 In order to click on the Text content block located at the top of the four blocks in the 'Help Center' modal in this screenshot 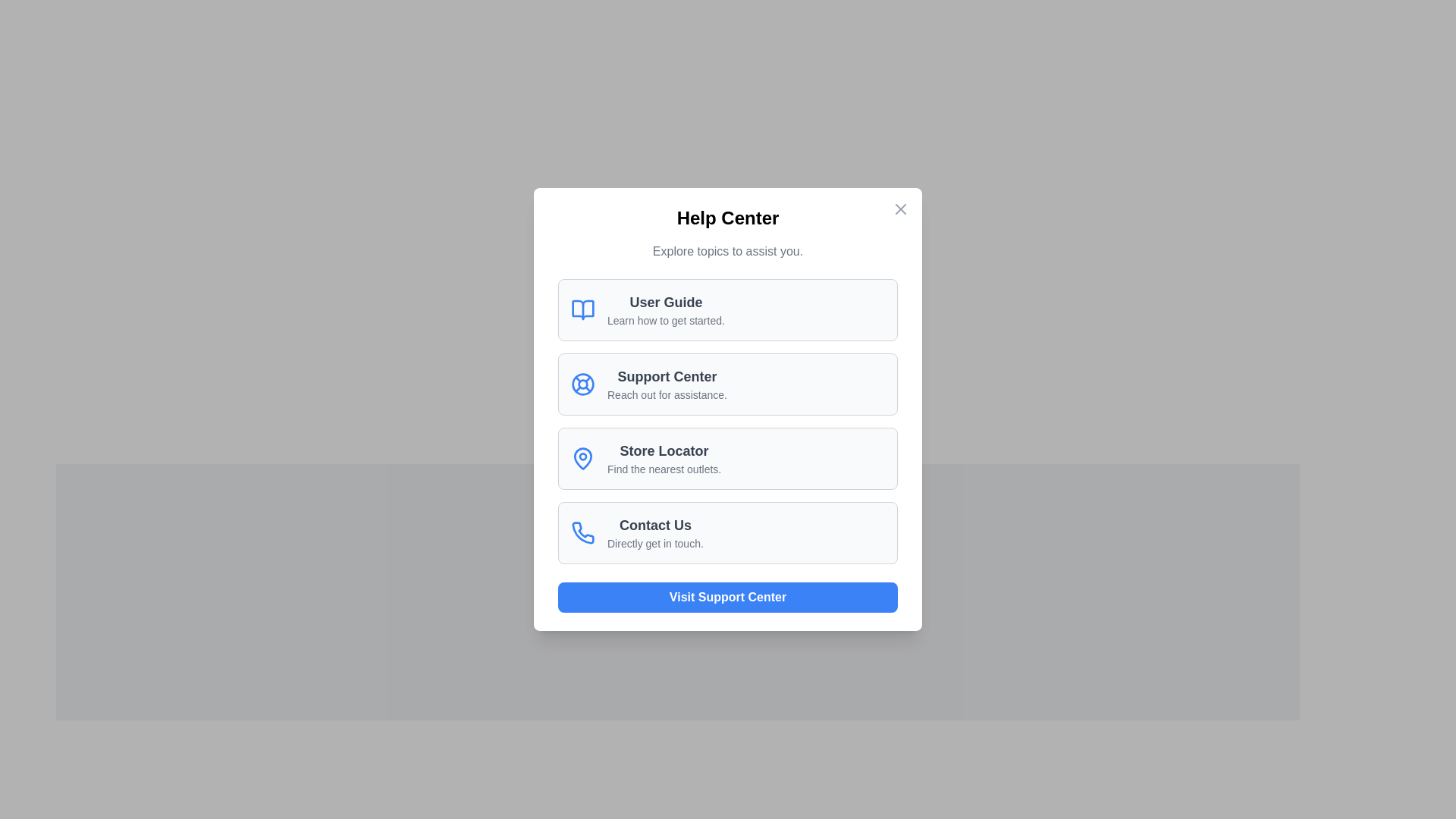, I will do `click(666, 309)`.